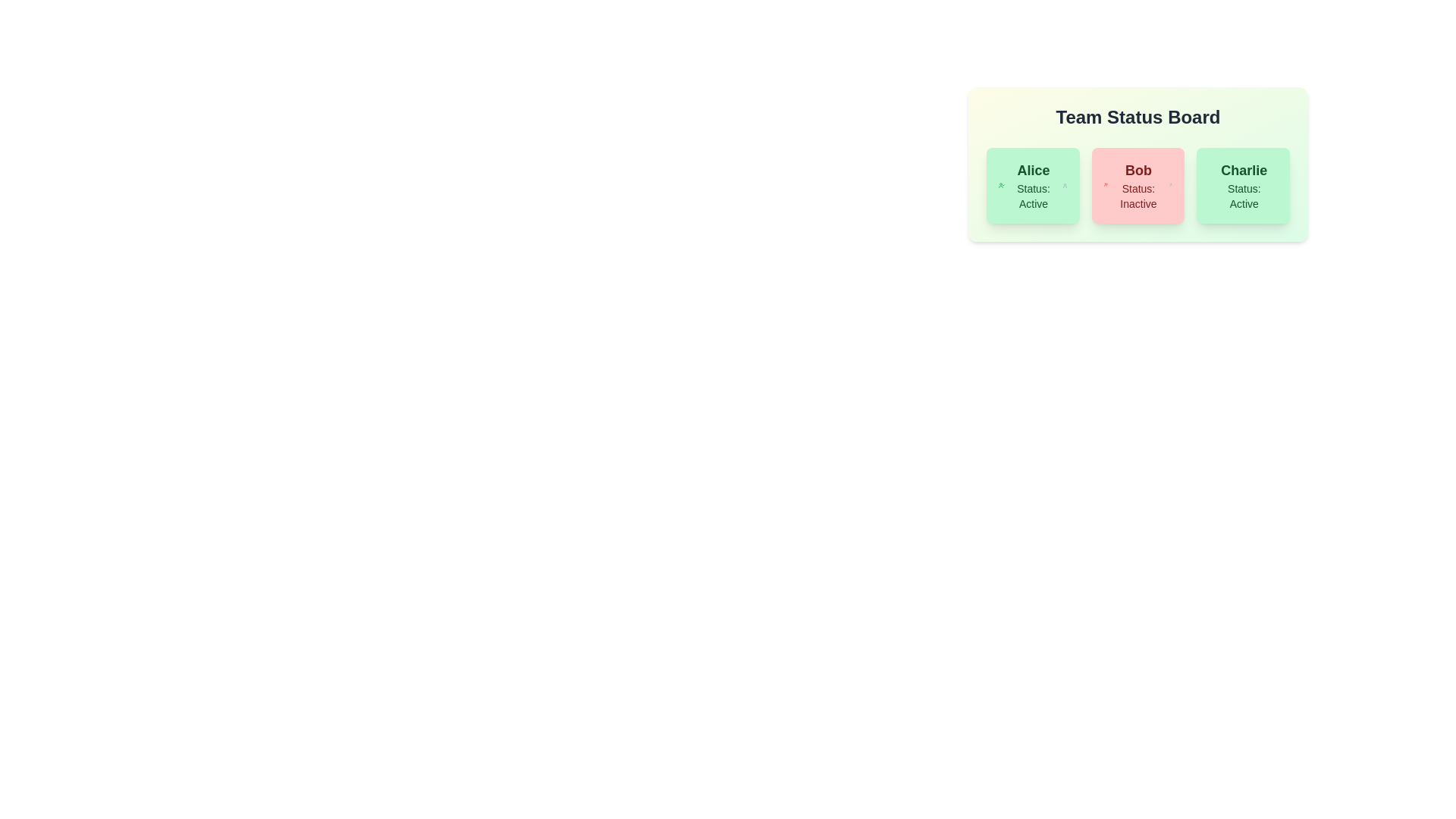  Describe the element at coordinates (1138, 185) in the screenshot. I see `the card of Bob to view their information` at that location.